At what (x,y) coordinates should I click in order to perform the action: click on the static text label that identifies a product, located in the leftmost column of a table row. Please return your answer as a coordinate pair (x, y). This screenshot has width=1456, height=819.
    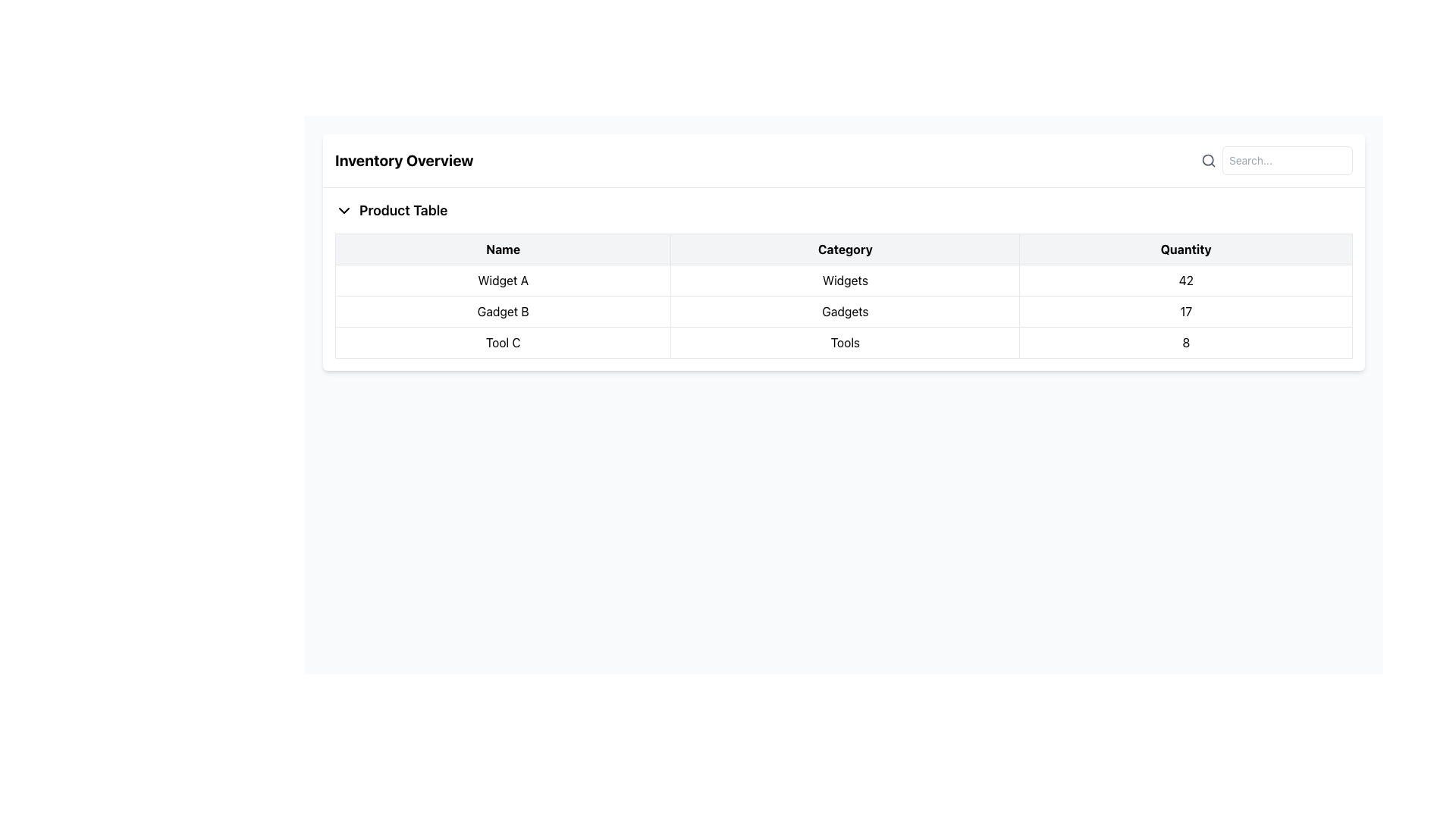
    Looking at the image, I should click on (503, 342).